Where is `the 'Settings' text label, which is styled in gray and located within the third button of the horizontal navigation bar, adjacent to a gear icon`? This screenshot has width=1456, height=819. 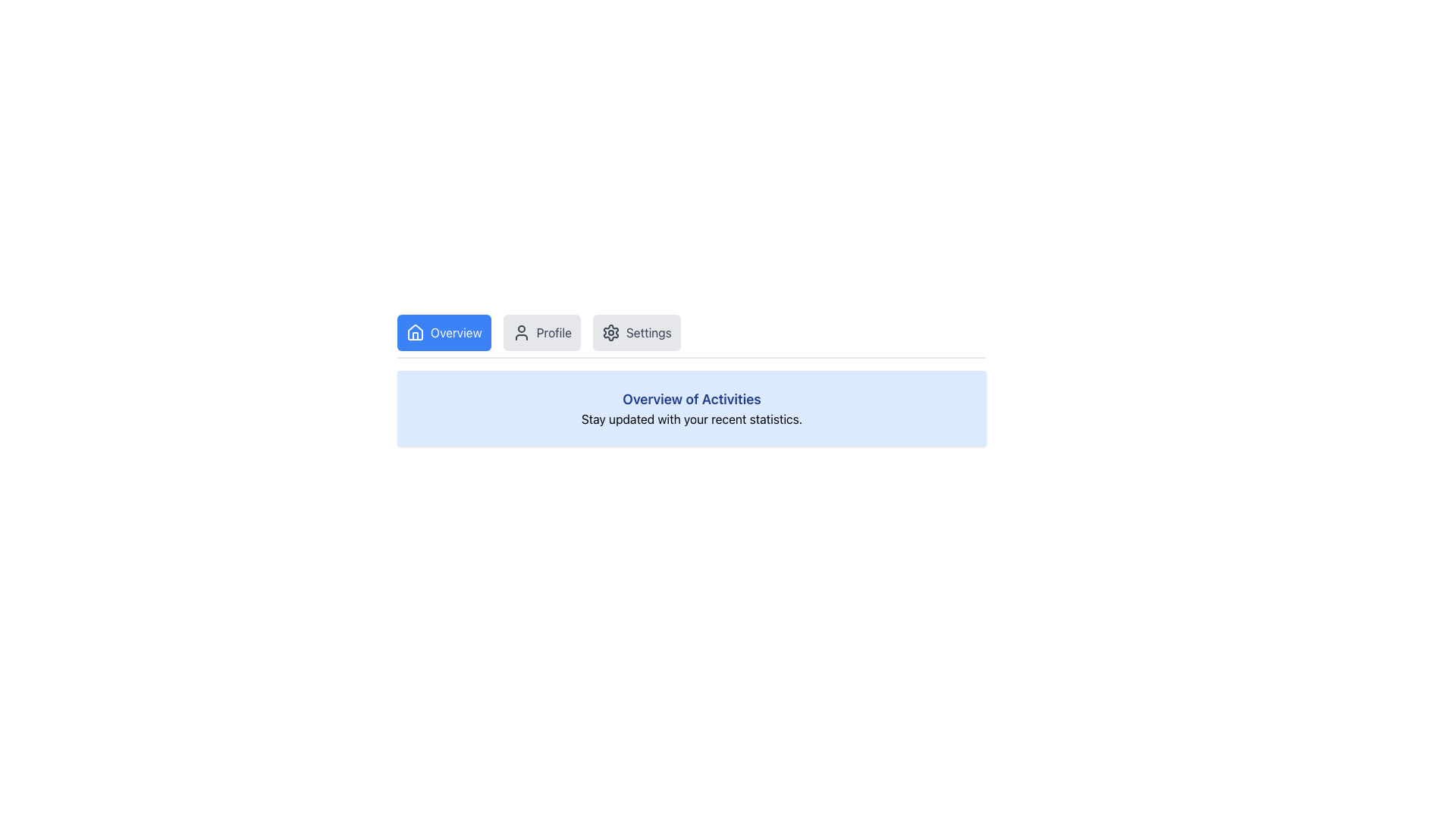 the 'Settings' text label, which is styled in gray and located within the third button of the horizontal navigation bar, adjacent to a gear icon is located at coordinates (648, 332).